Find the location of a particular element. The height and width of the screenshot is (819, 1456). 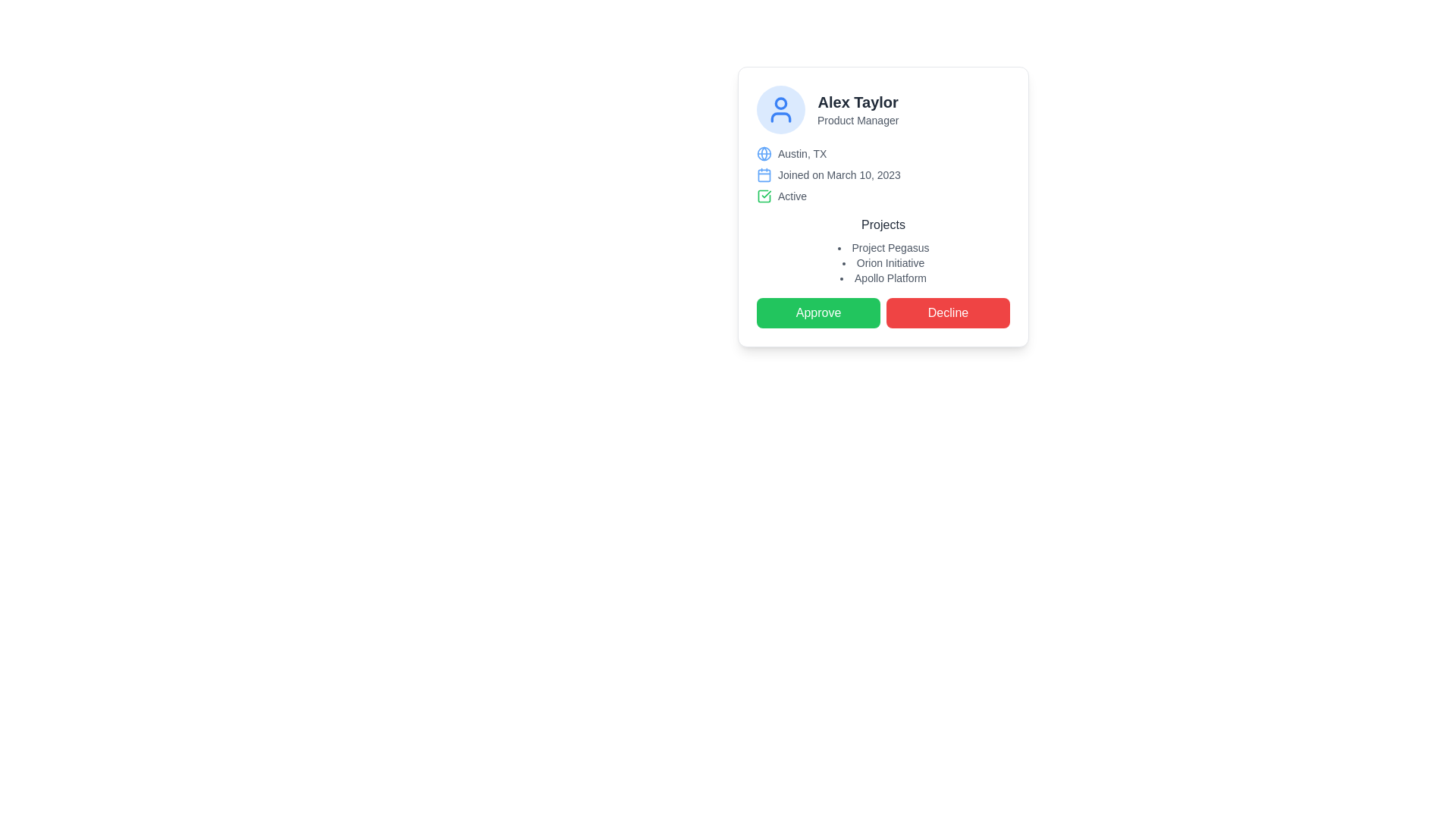

the static text label displaying 'Product Manager', which is located directly below 'Alex Taylor' in the top-left section of the card layout is located at coordinates (858, 119).